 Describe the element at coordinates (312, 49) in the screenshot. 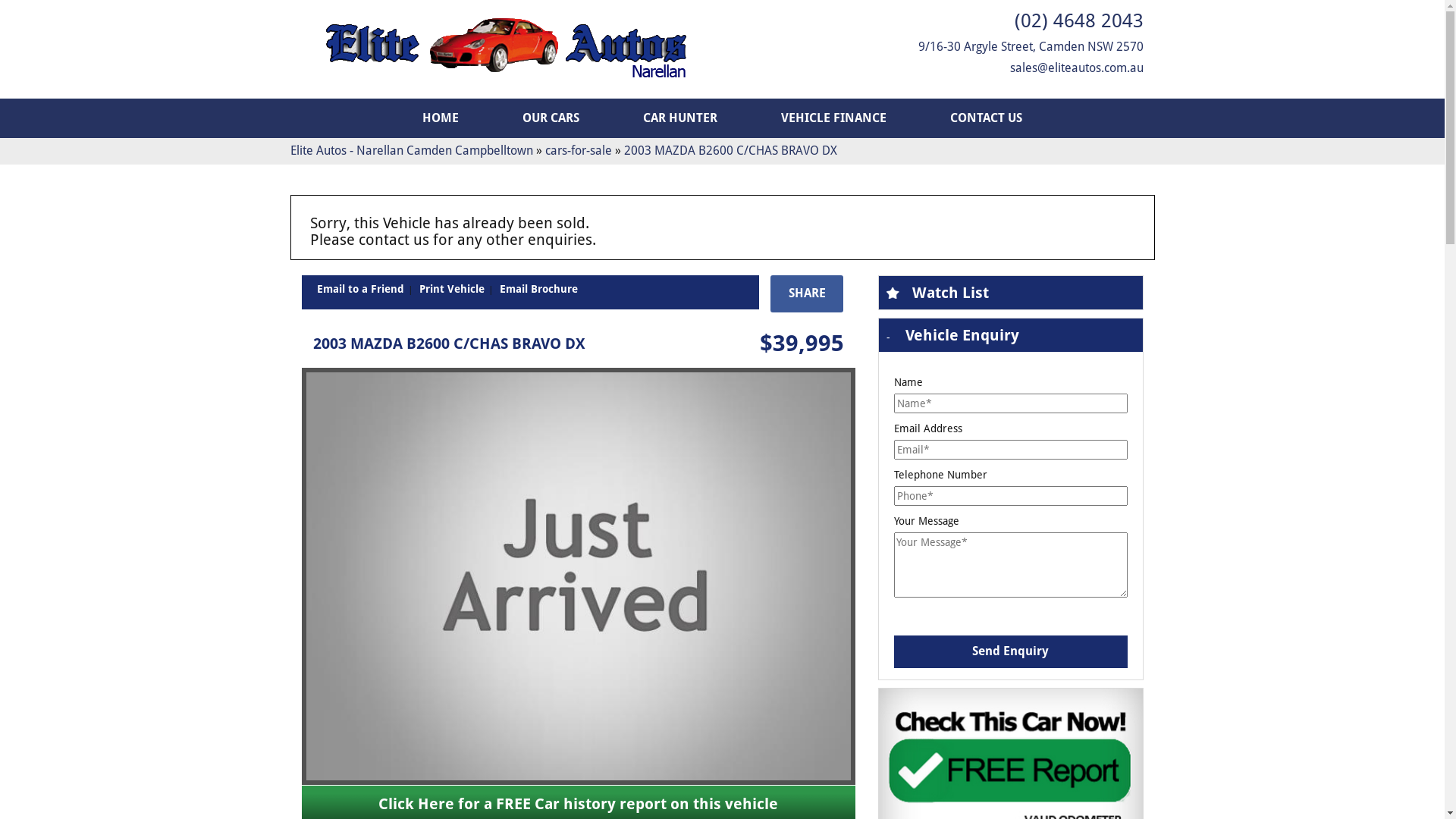

I see `'Elite Autos Narellan'` at that location.